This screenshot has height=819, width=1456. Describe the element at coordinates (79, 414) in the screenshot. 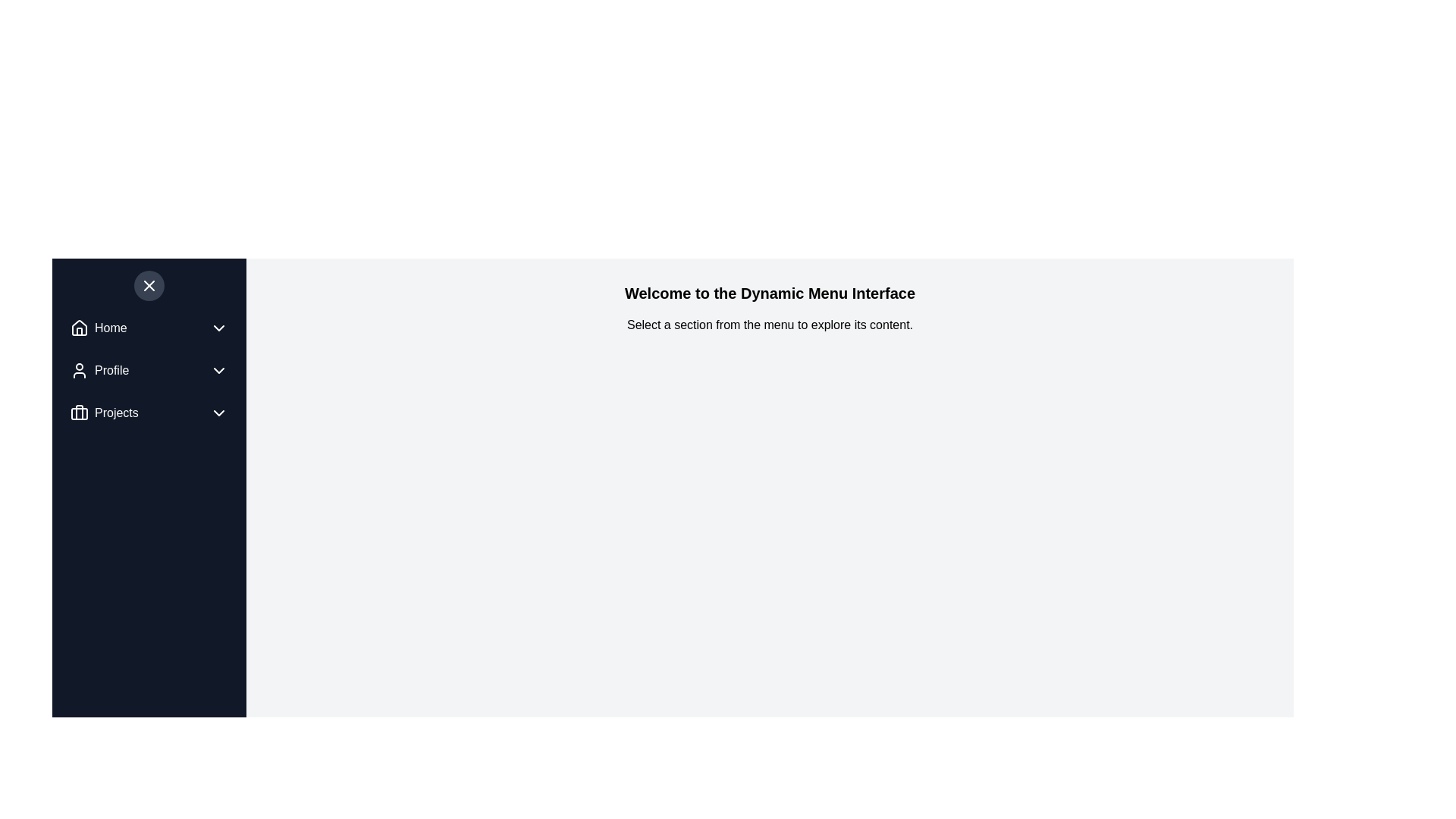

I see `the rectangular Icon component with rounded corners located within the briefcase icon, positioned to the left of the 'Projects' text in the vertical navigation menu` at that location.